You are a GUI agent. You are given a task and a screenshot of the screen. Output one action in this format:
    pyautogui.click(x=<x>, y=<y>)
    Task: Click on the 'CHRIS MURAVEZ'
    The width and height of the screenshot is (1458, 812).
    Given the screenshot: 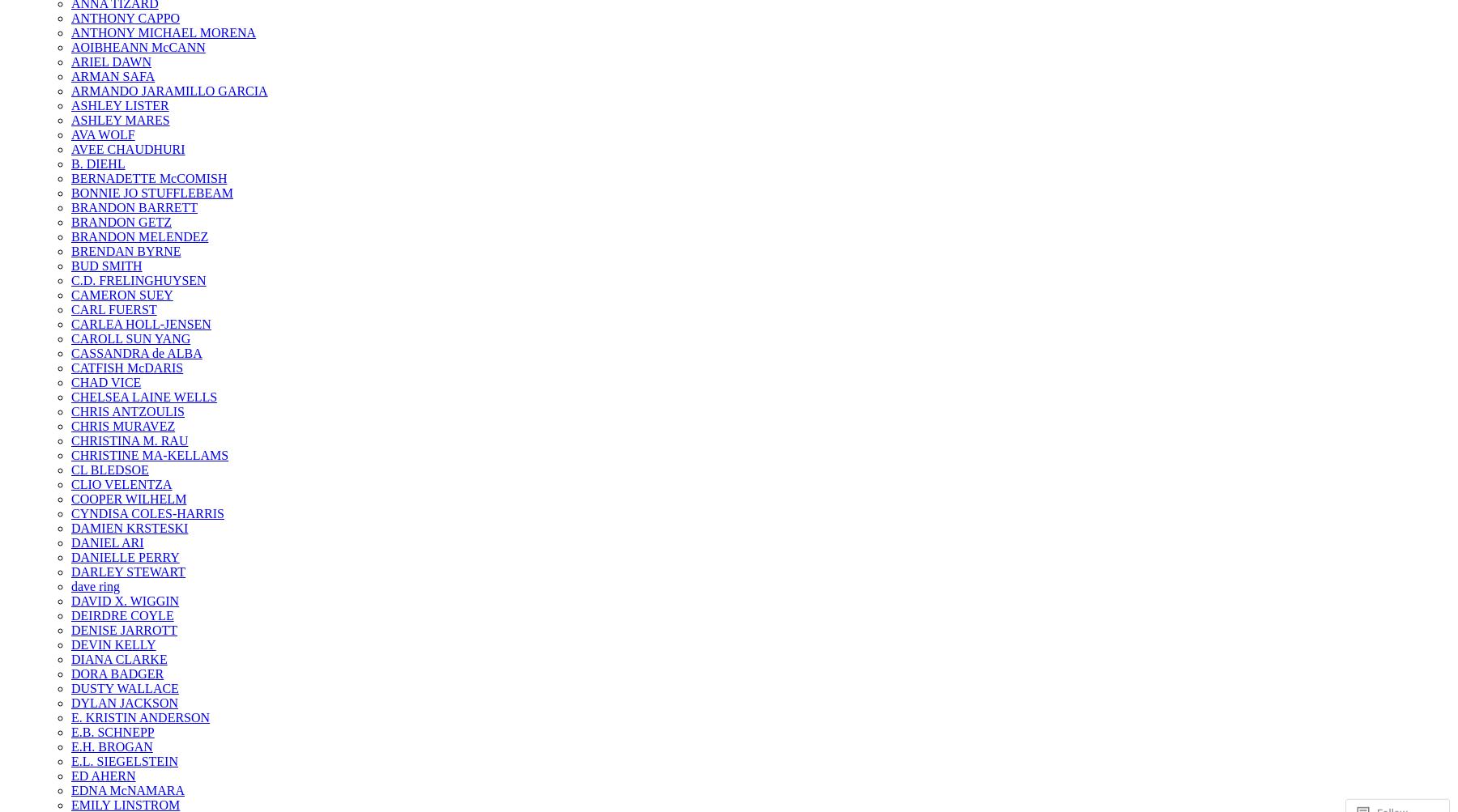 What is the action you would take?
    pyautogui.click(x=122, y=425)
    